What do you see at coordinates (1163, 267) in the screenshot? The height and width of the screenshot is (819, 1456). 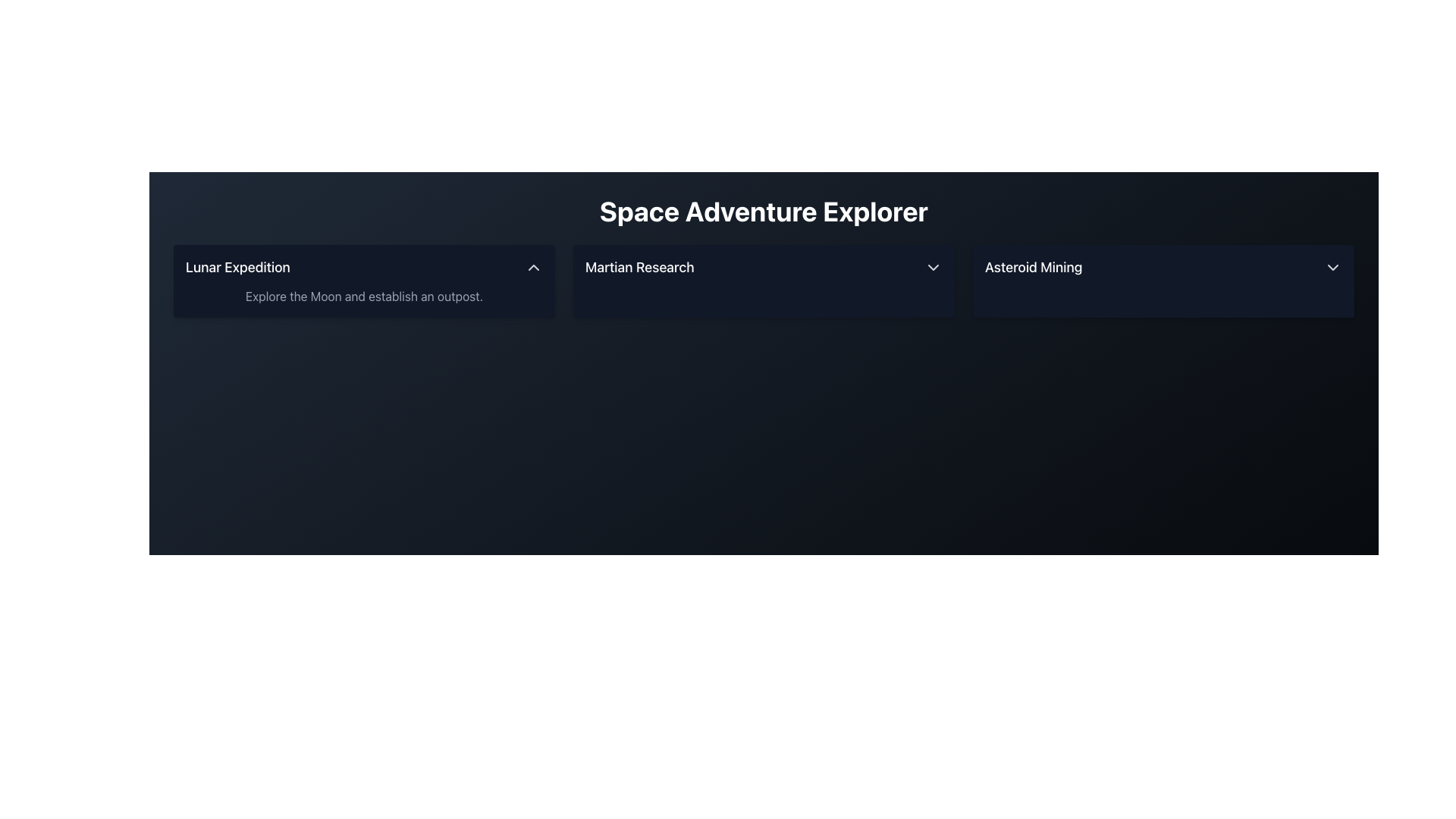 I see `the 'Asteroid Mining' dropdown menu` at bounding box center [1163, 267].